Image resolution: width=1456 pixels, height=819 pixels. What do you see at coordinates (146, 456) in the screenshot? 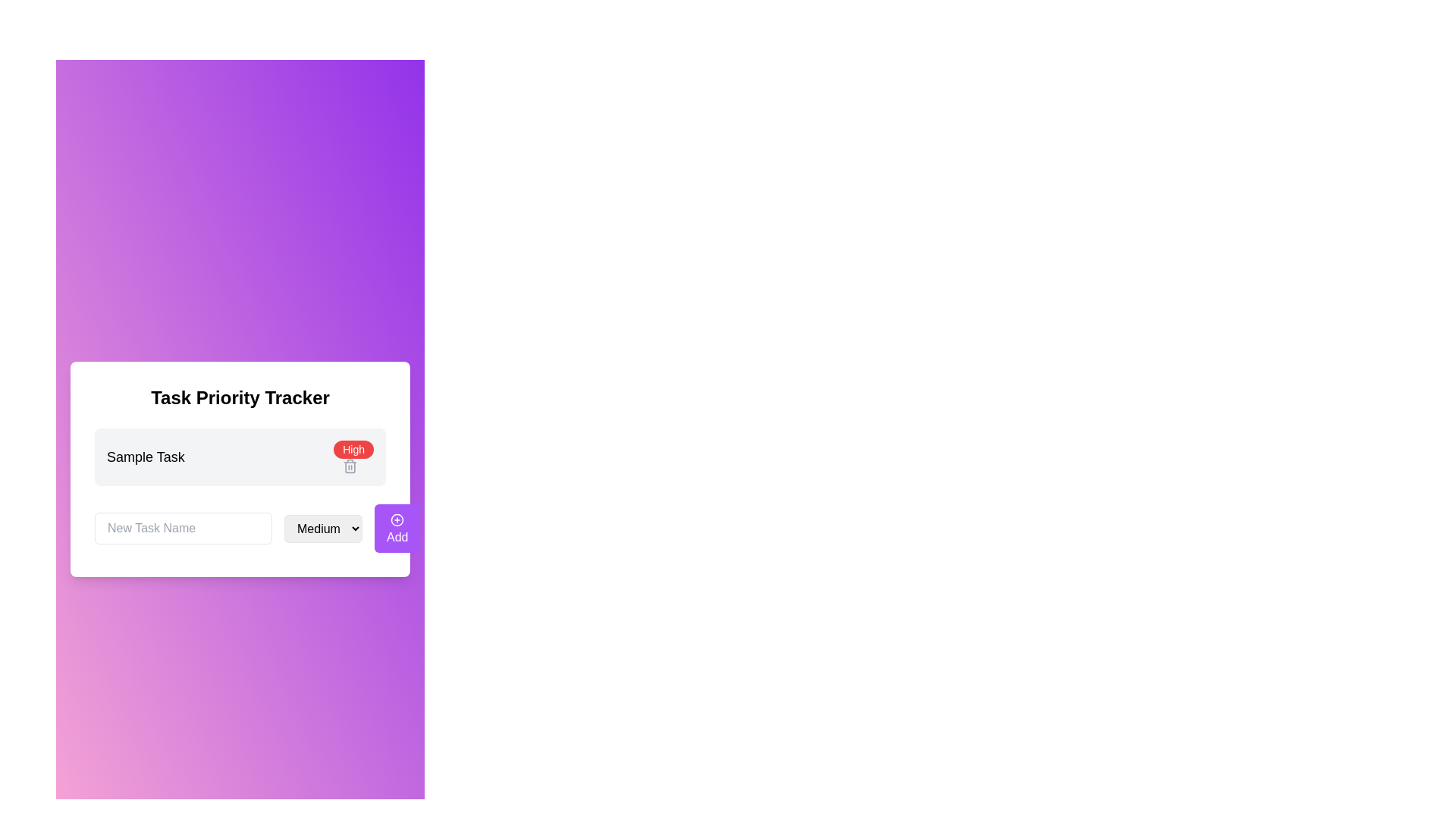
I see `the 'Sample Task' text label to trigger additional information about the task` at bounding box center [146, 456].